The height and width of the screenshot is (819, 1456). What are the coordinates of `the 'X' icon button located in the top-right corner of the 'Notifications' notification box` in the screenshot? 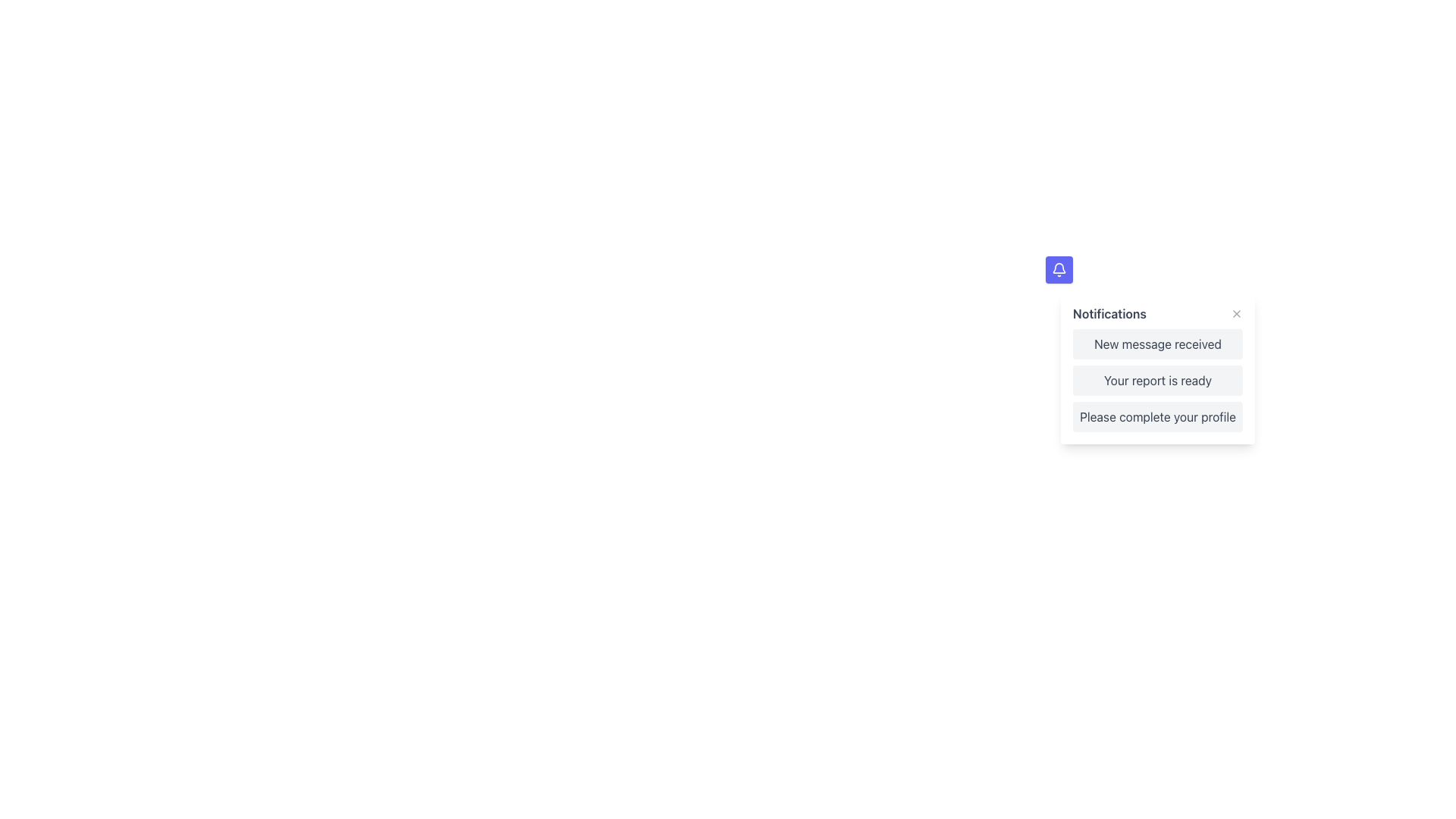 It's located at (1237, 312).